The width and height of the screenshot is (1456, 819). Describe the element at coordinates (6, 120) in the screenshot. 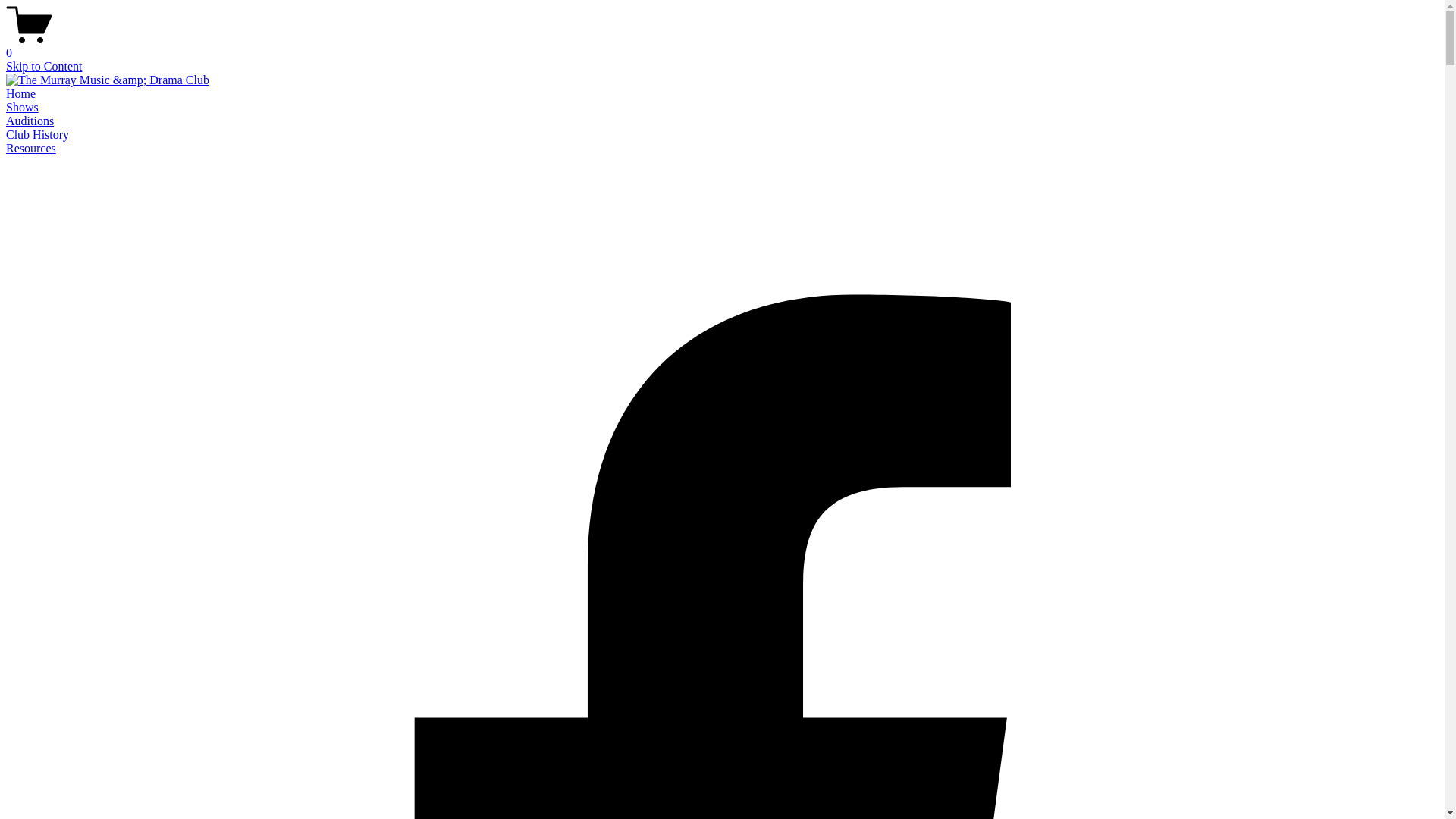

I see `'Auditions'` at that location.